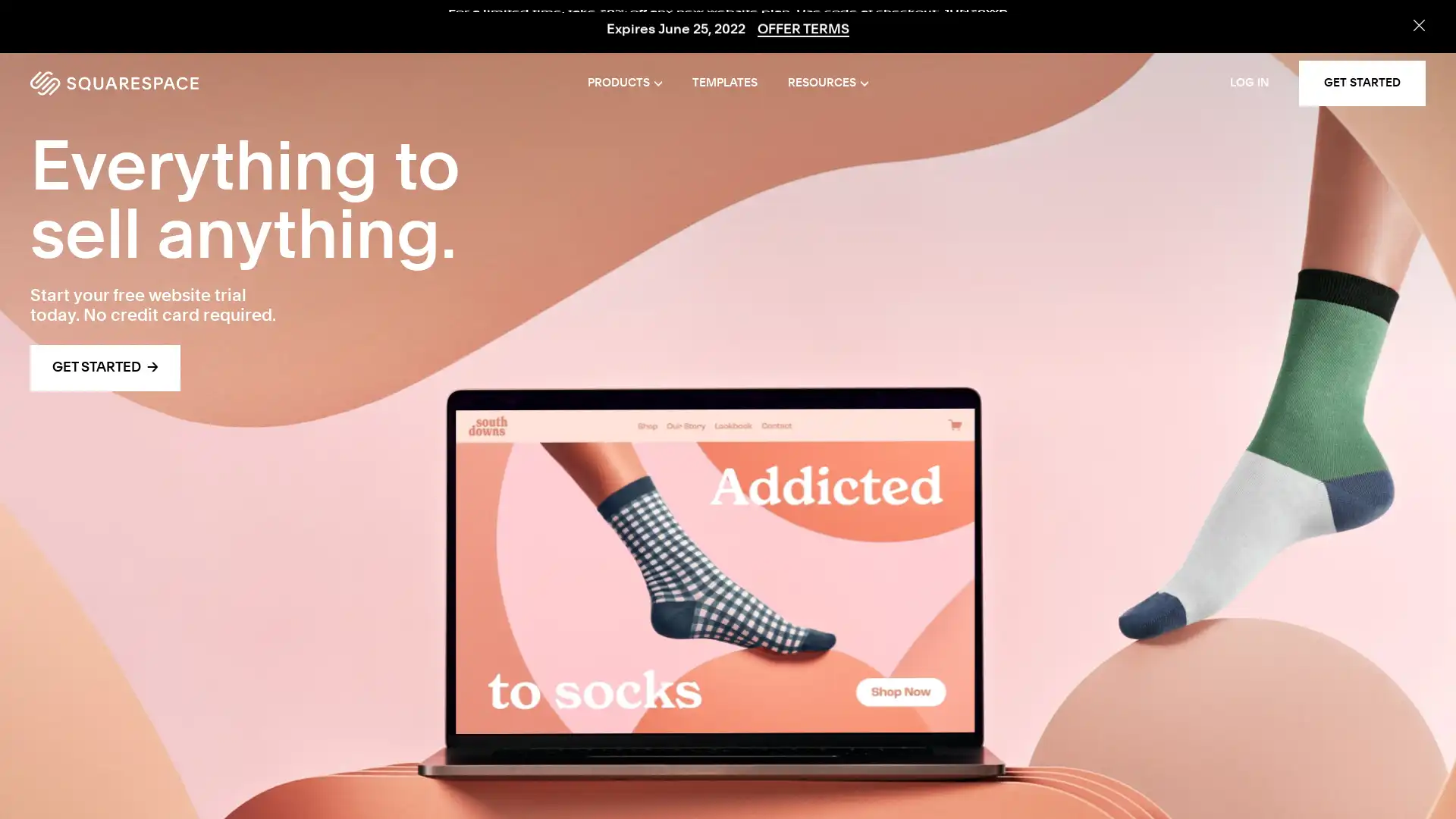 The height and width of the screenshot is (819, 1456). Describe the element at coordinates (625, 83) in the screenshot. I see `Products dropdown menu` at that location.